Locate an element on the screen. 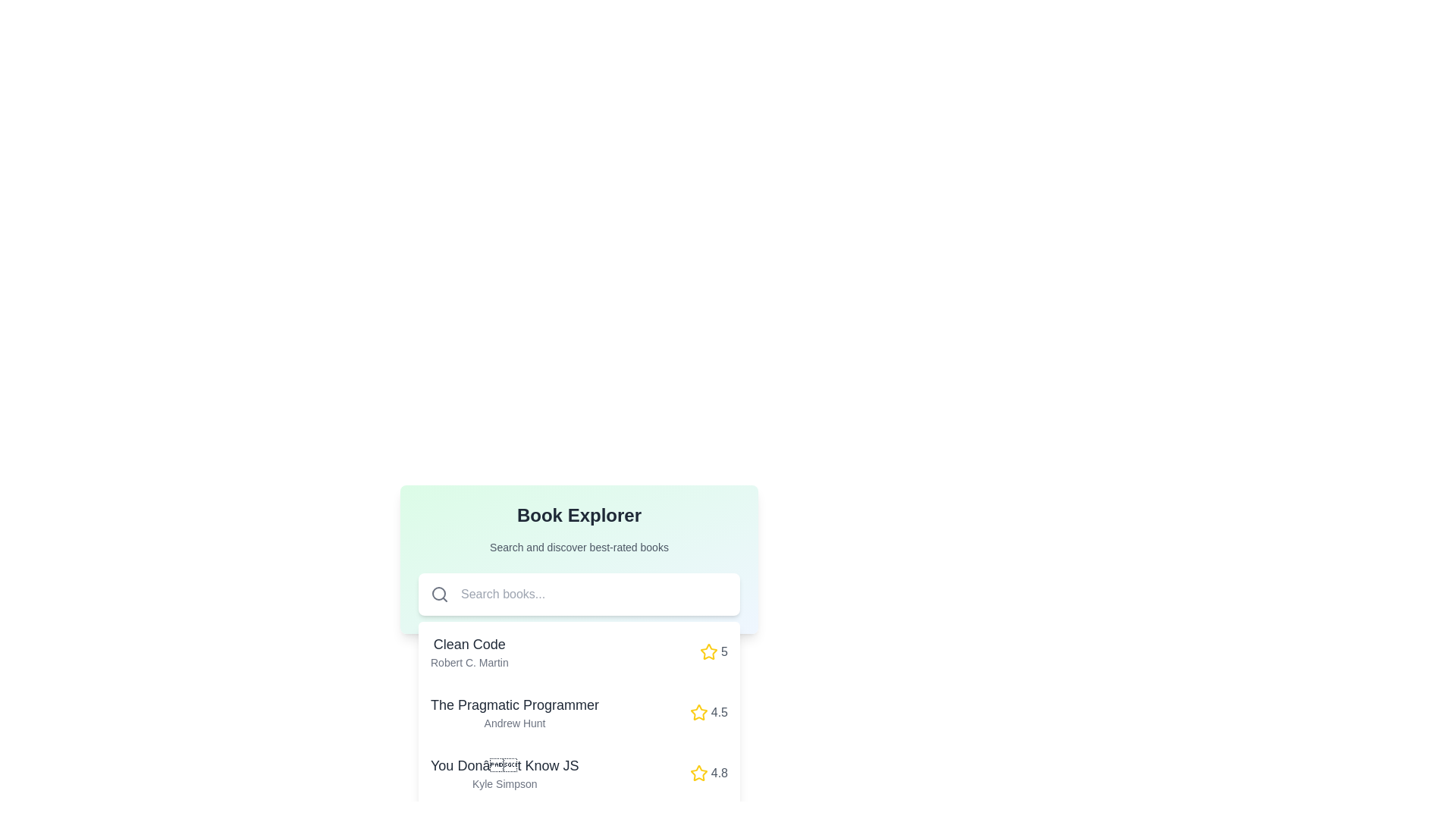 The image size is (1456, 819). to select the book titled 'The Pragmatic Programmer' by Andrew Hunt, which is the second item in the vertical list of the 'Book Explorer' section is located at coordinates (578, 713).